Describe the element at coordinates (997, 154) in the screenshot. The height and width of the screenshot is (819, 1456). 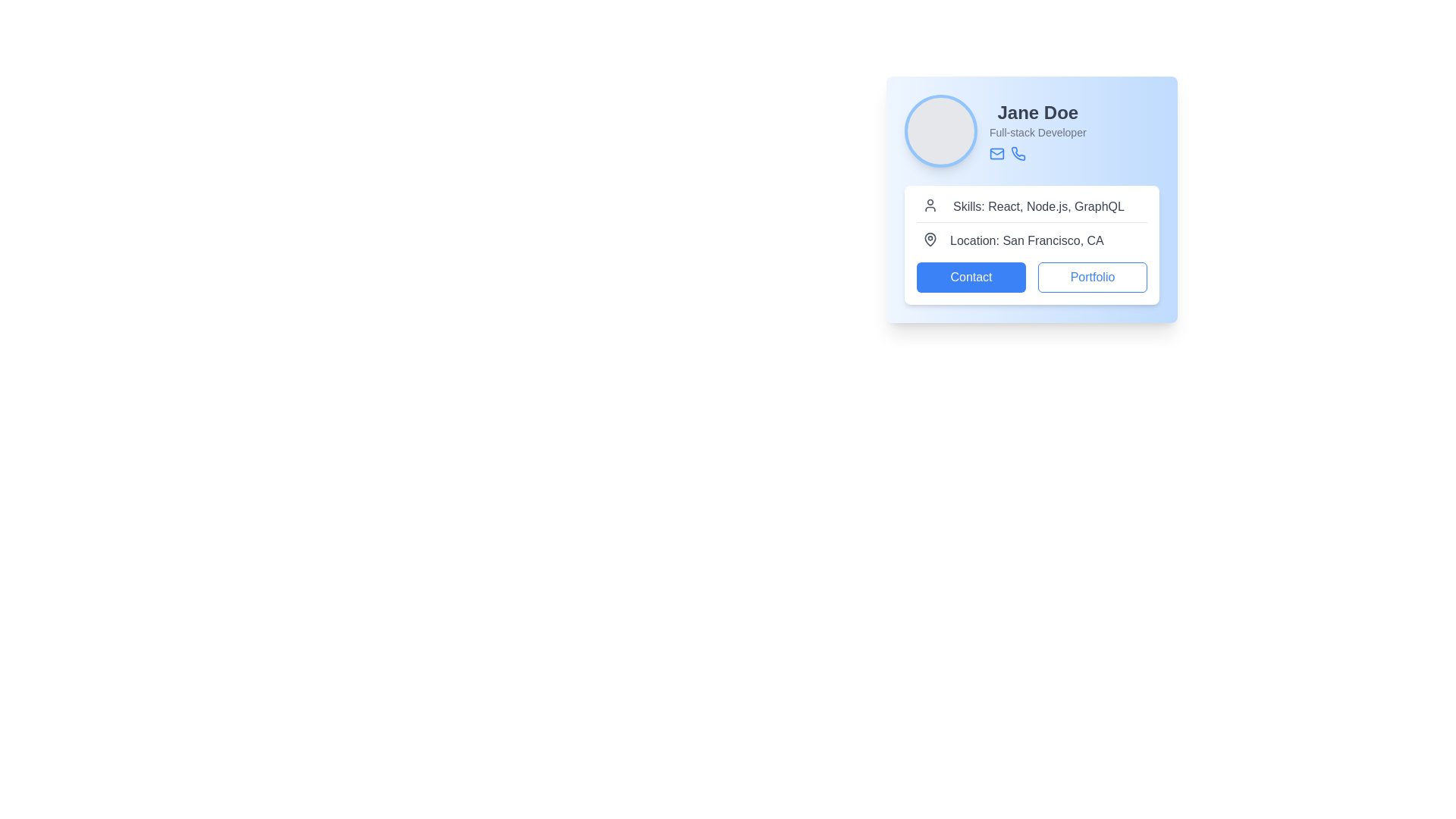
I see `the envelope icon button located to the right of the profile picture` at that location.